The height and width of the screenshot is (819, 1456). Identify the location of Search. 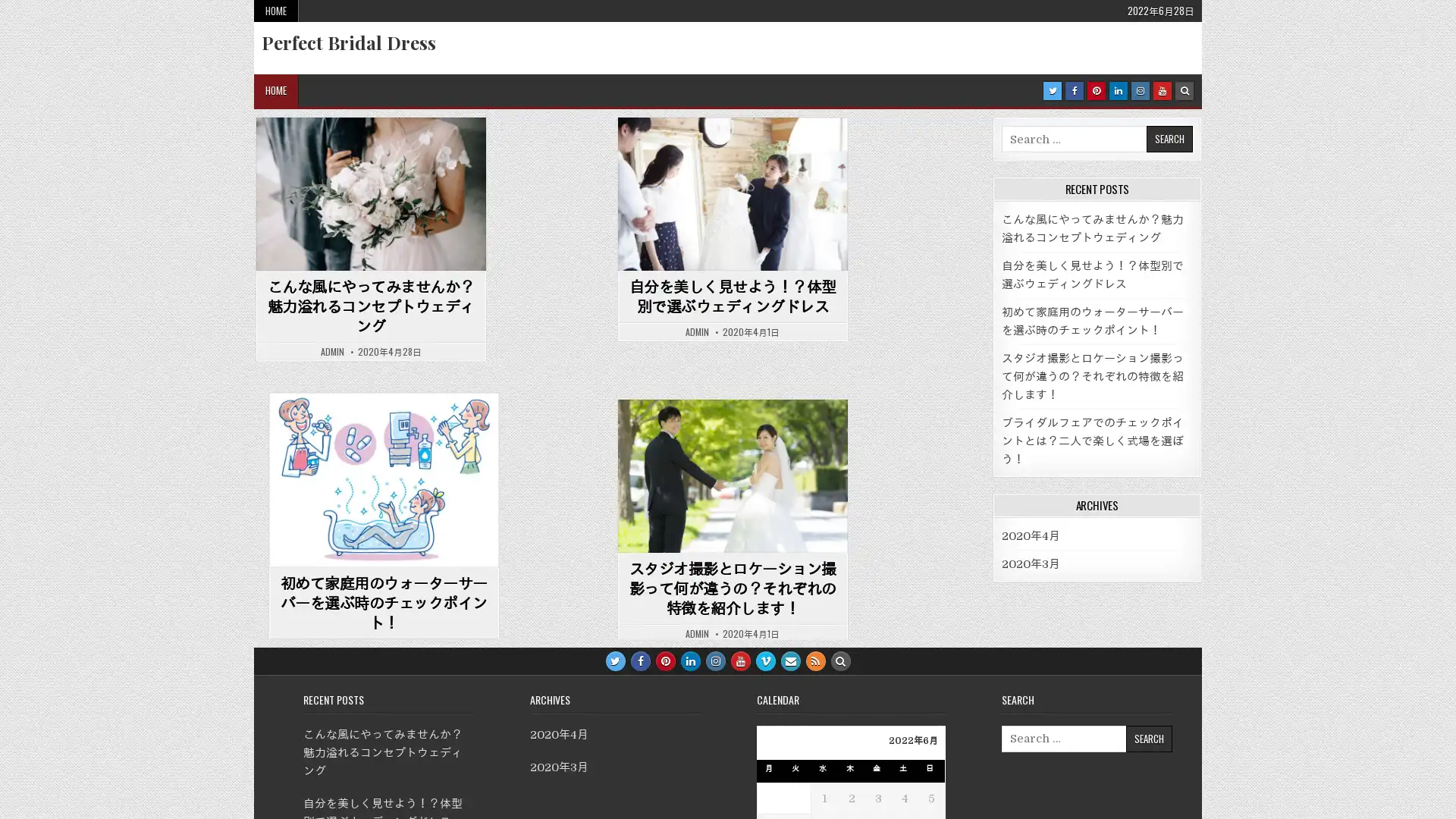
(1168, 139).